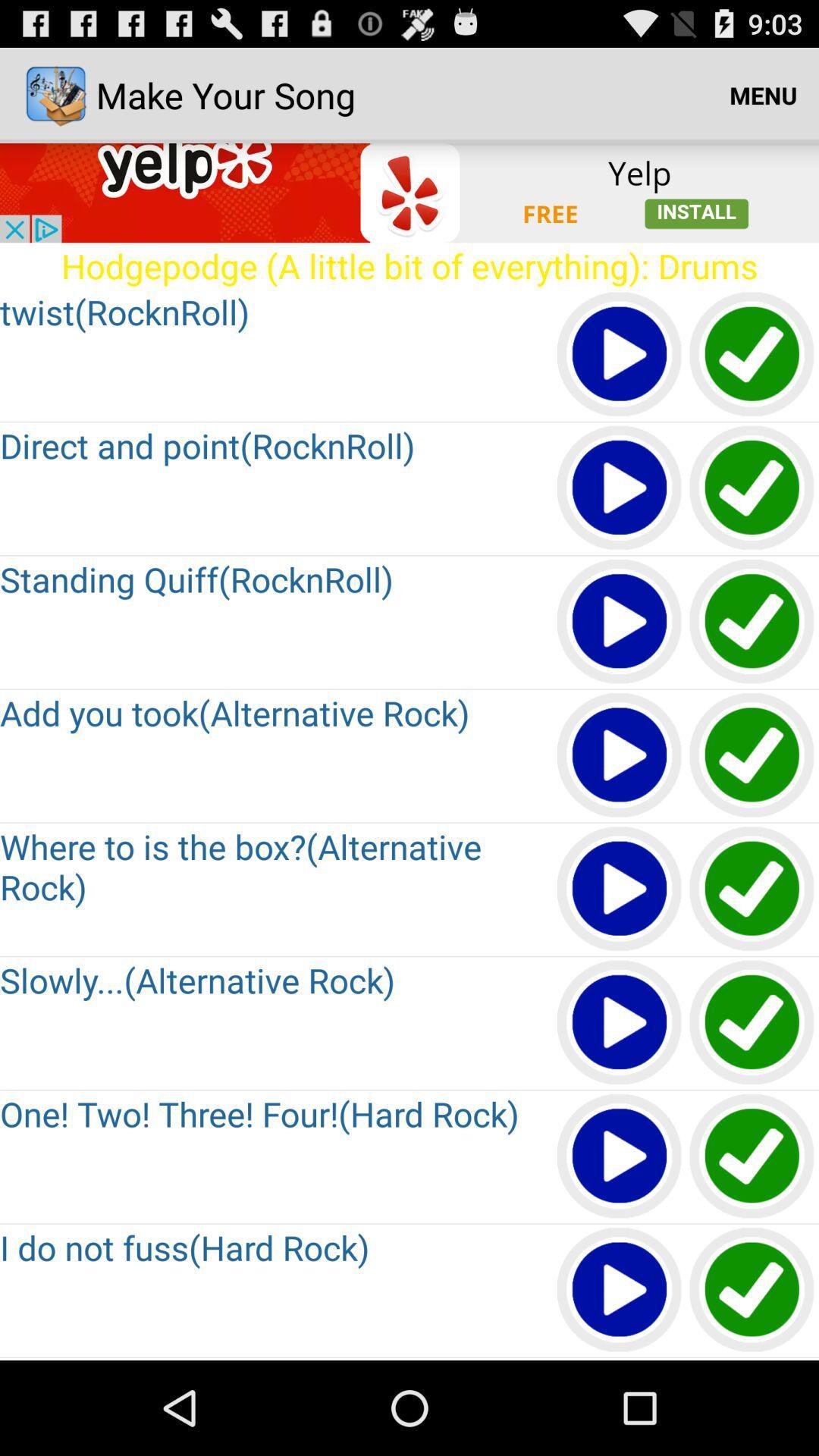 This screenshot has width=819, height=1456. I want to click on choose this option, so click(752, 622).